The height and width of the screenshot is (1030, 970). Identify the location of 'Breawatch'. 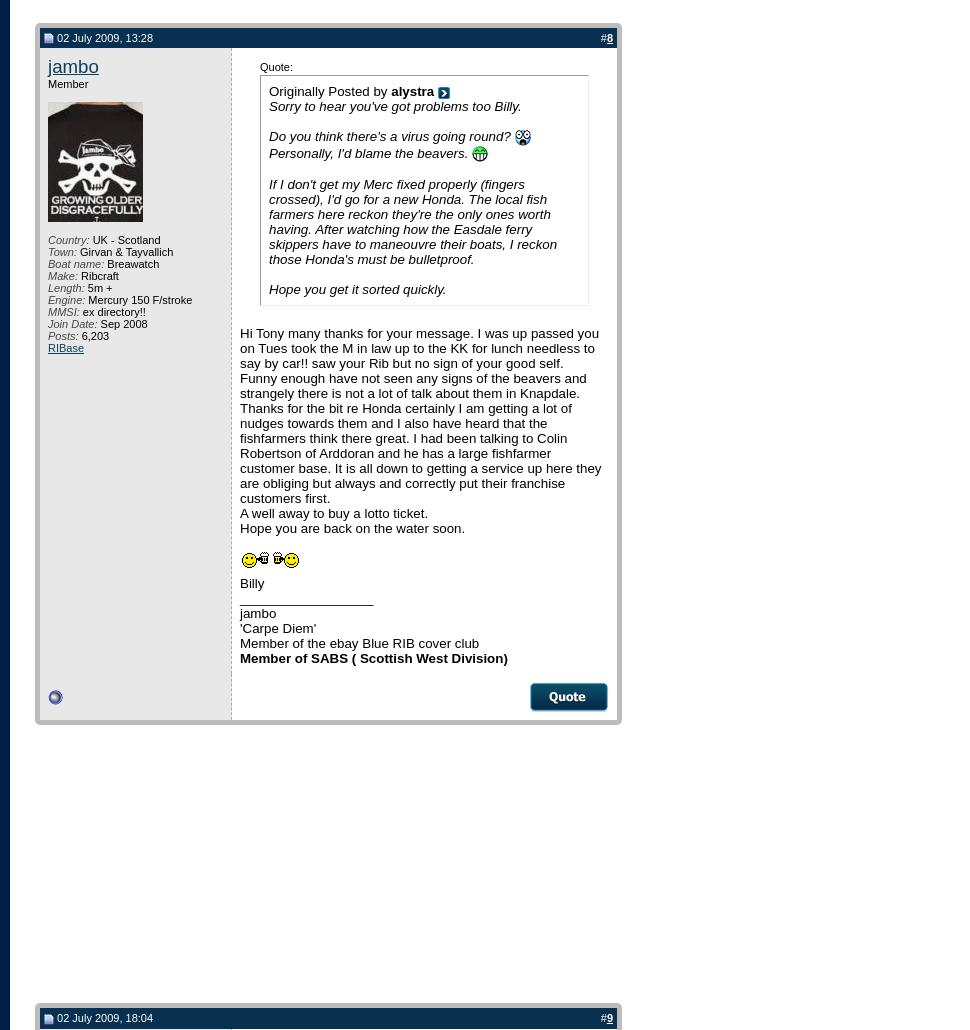
(131, 262).